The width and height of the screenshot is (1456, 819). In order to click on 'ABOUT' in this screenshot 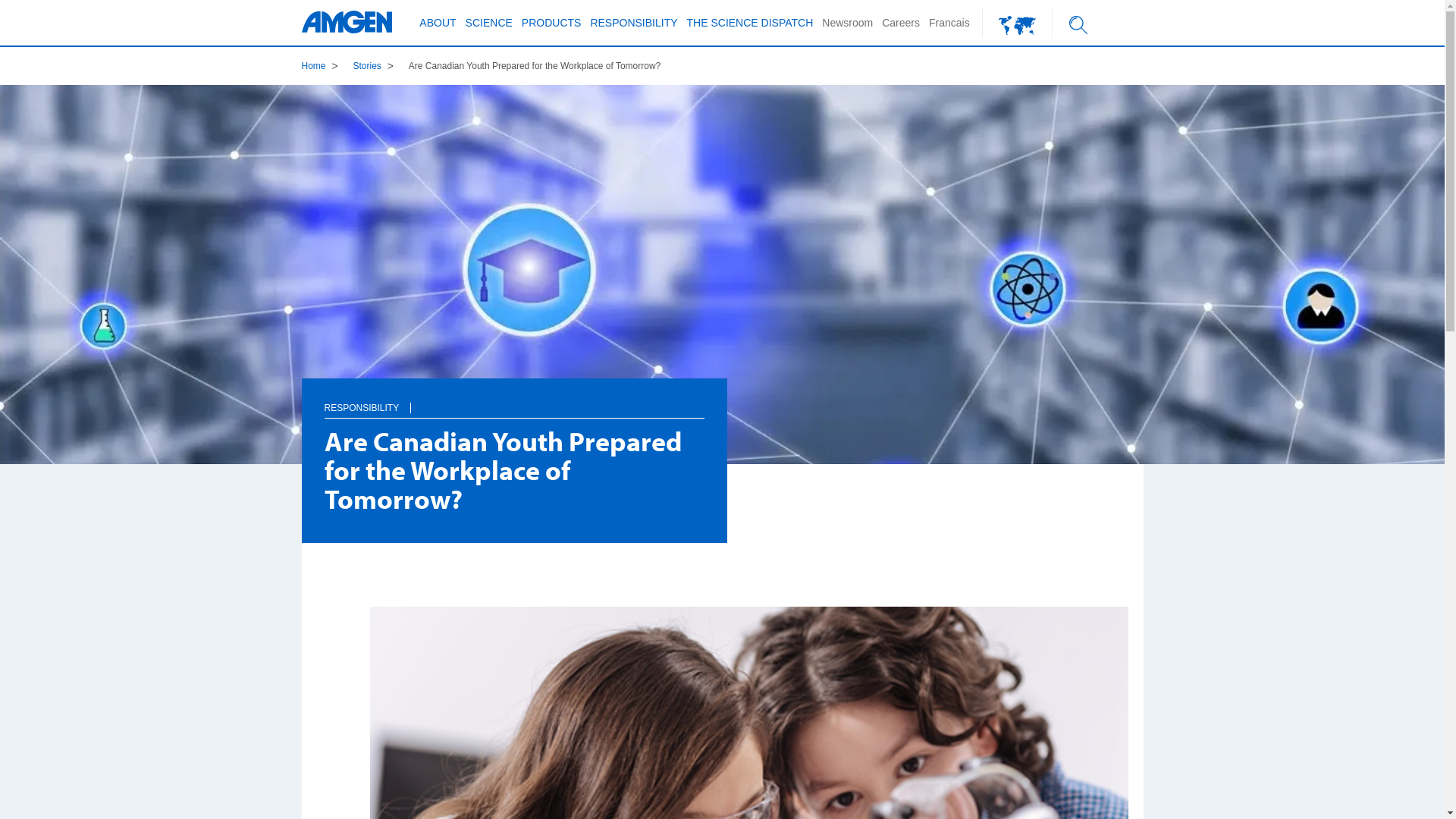, I will do `click(436, 23)`.